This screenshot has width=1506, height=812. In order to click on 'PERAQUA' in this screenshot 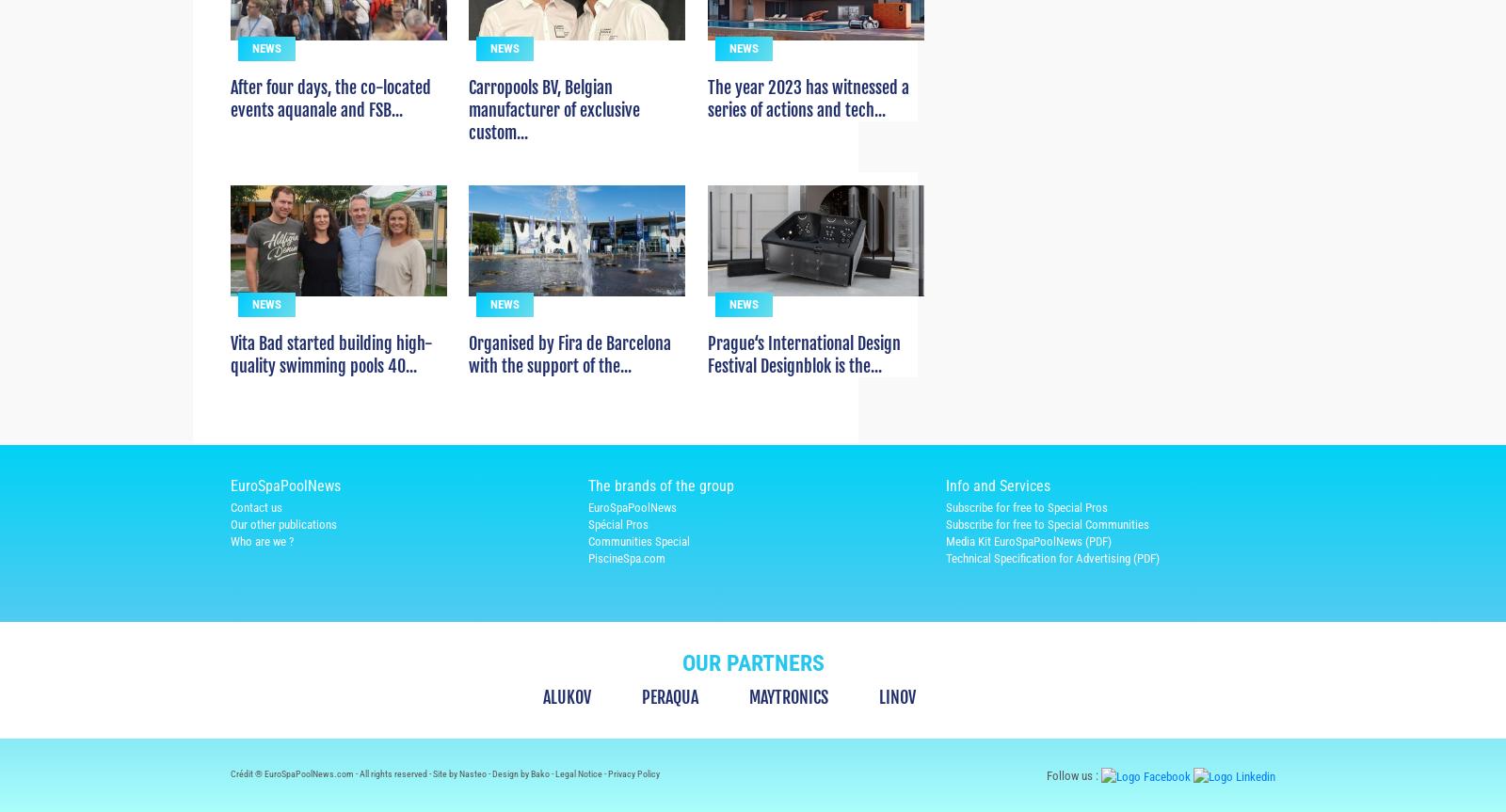, I will do `click(672, 730)`.